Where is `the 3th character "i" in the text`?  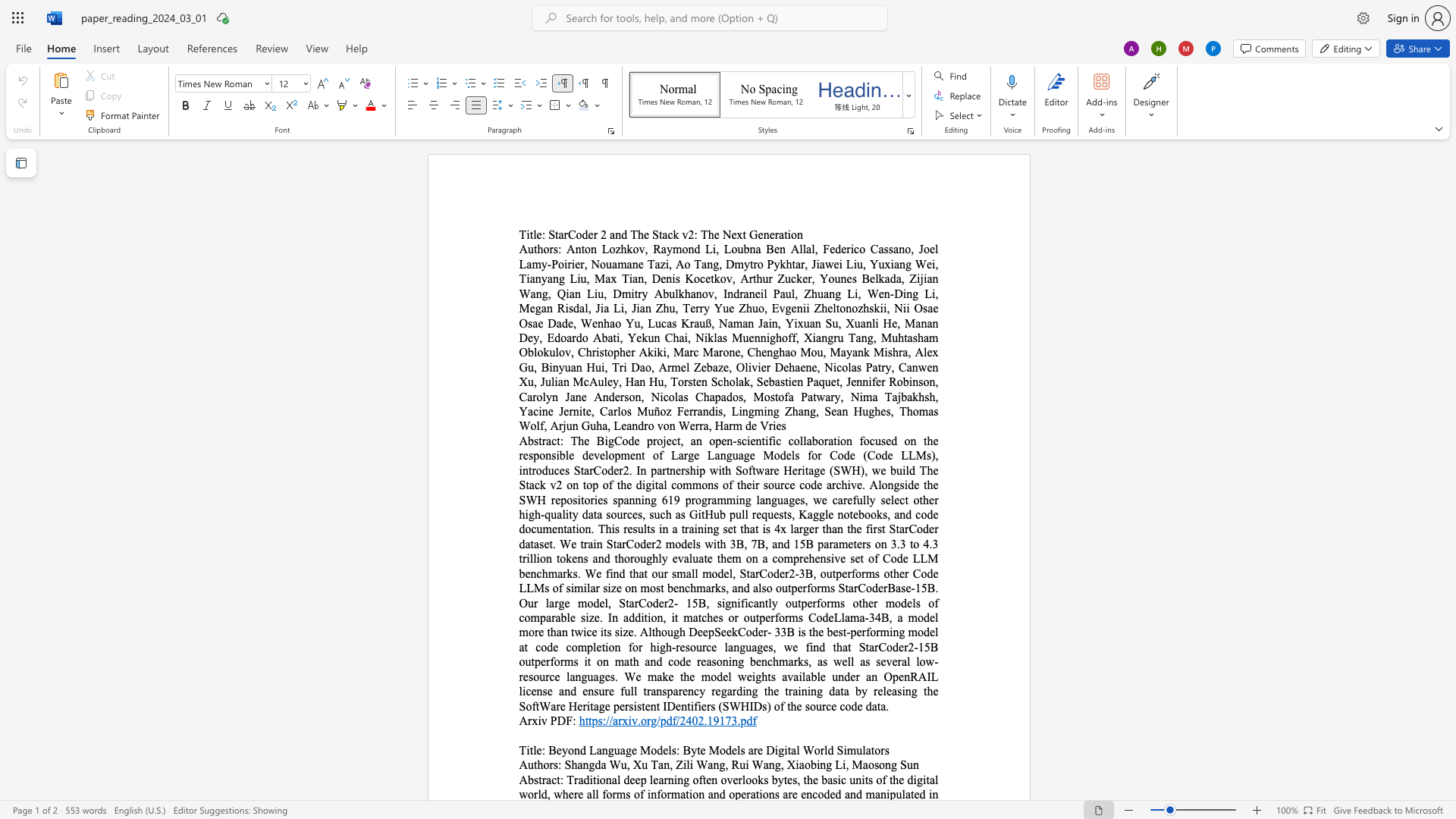
the 3th character "i" in the text is located at coordinates (843, 764).